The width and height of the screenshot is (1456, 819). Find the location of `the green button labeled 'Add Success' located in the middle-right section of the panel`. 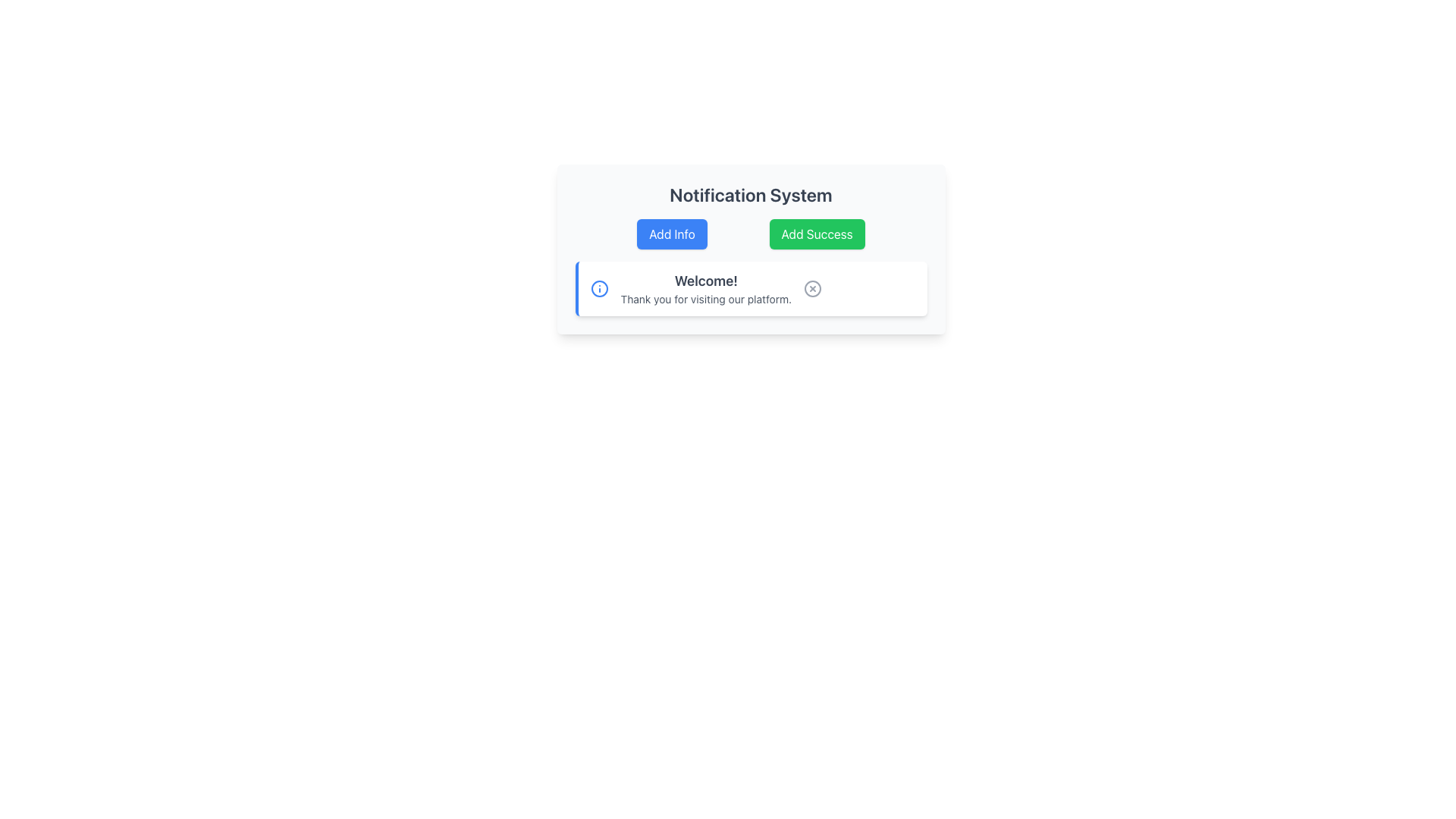

the green button labeled 'Add Success' located in the middle-right section of the panel is located at coordinates (816, 234).